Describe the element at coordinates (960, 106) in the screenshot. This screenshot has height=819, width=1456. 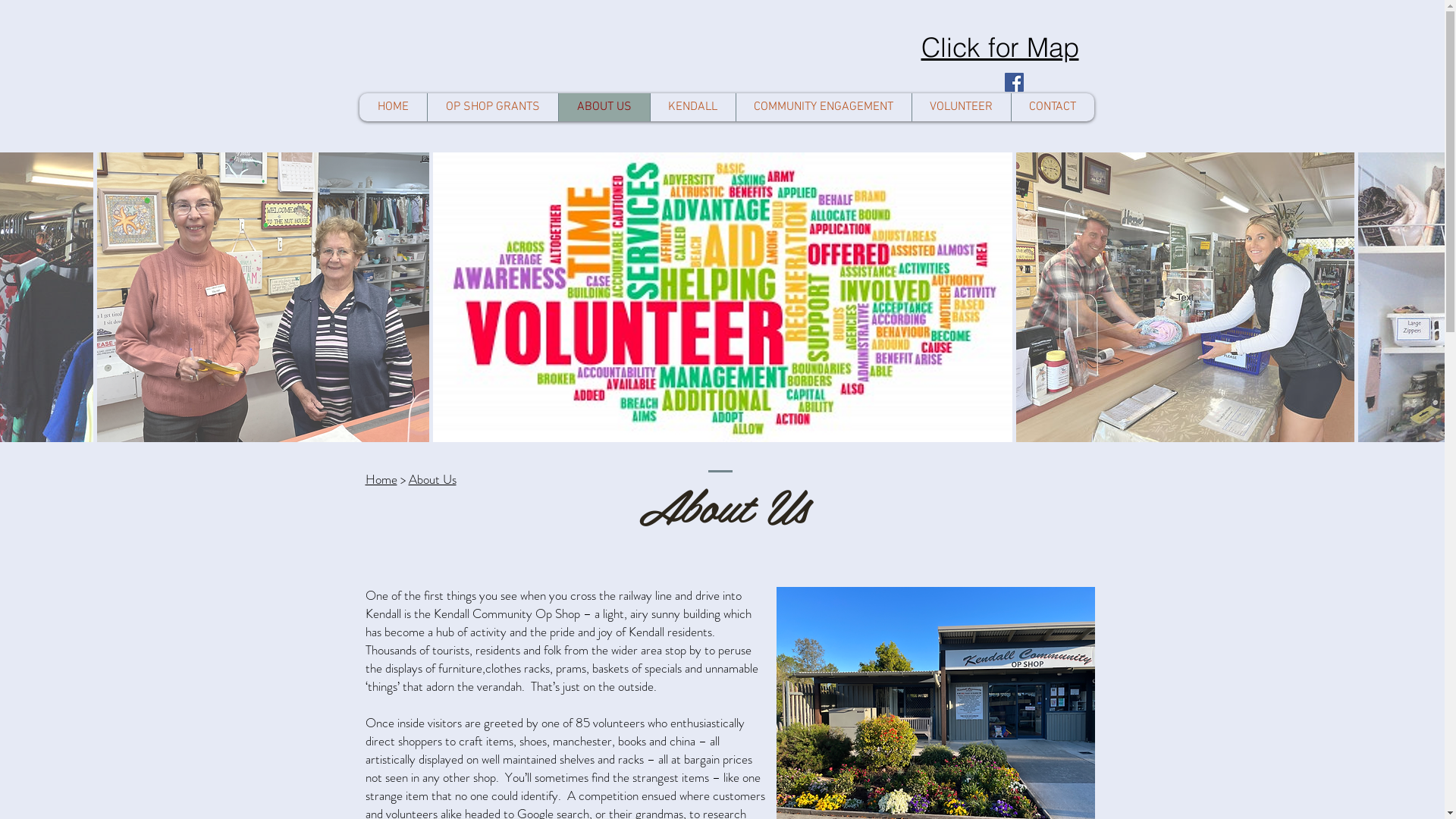
I see `'VOLUNTEER'` at that location.